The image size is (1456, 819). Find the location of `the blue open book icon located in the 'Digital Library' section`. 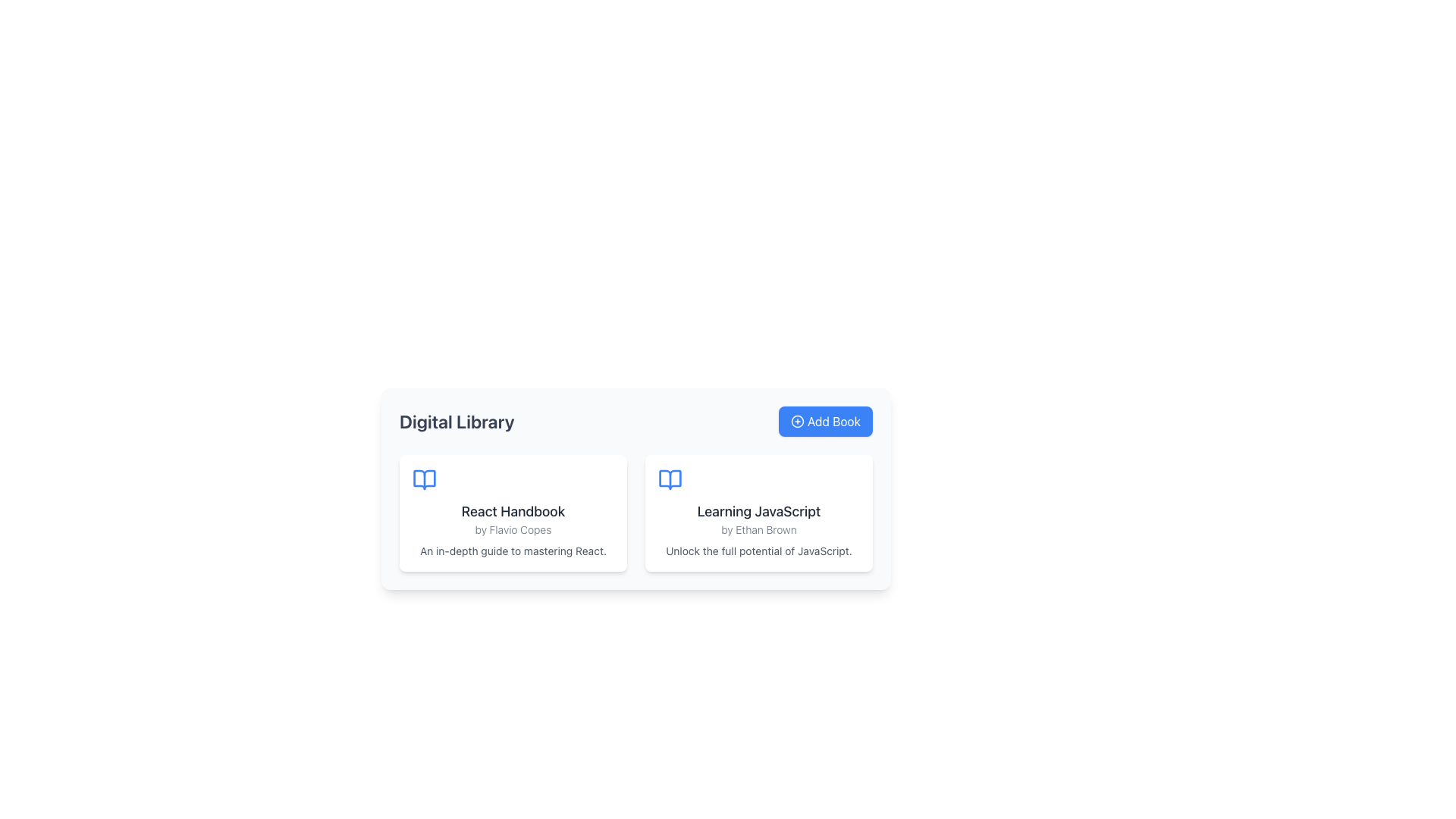

the blue open book icon located in the 'Digital Library' section is located at coordinates (425, 479).